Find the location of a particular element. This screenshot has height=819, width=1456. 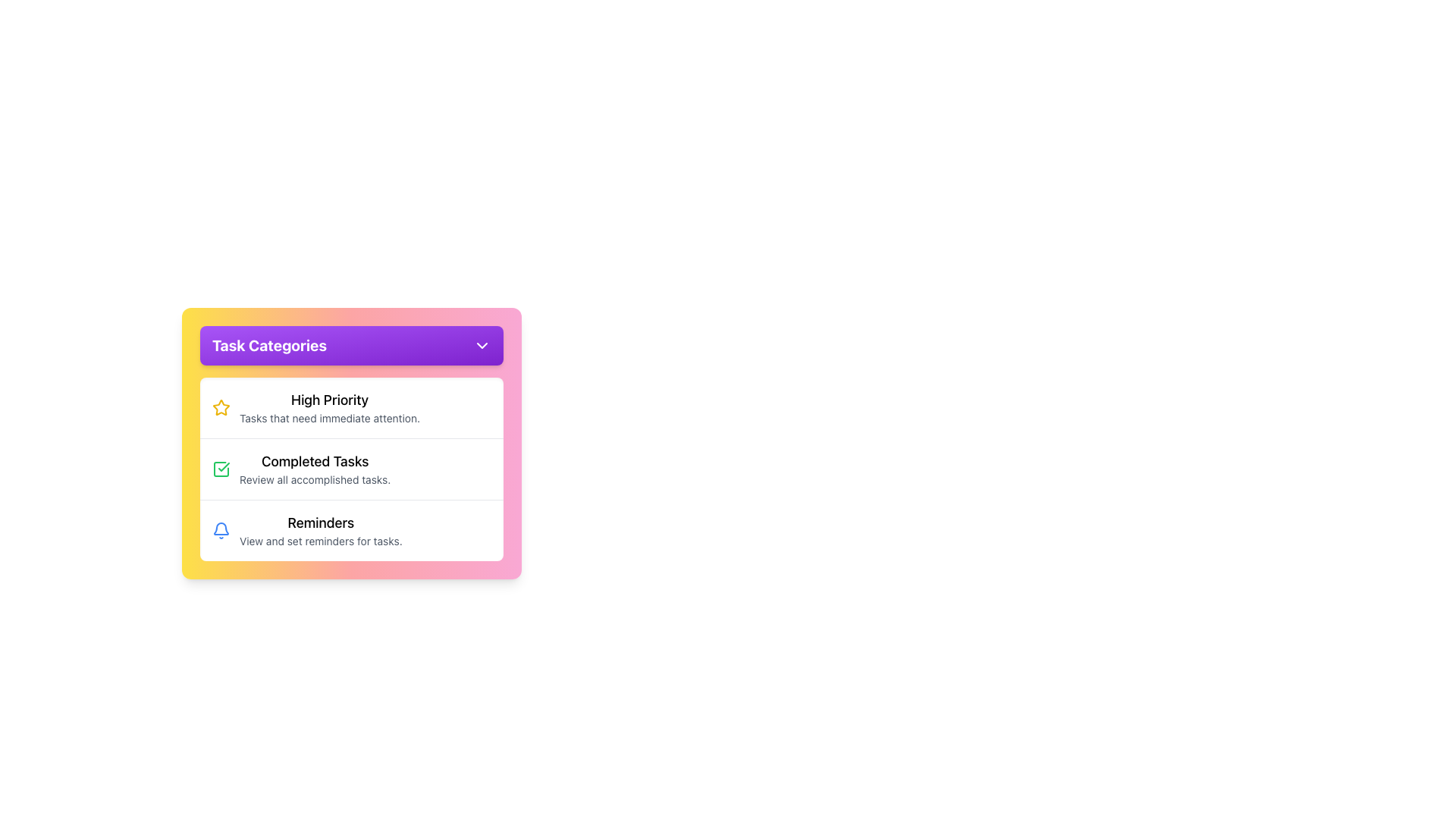

the graphical icon representing a partially open square shape with a green stroke in the 'Completed Tasks' section is located at coordinates (221, 468).